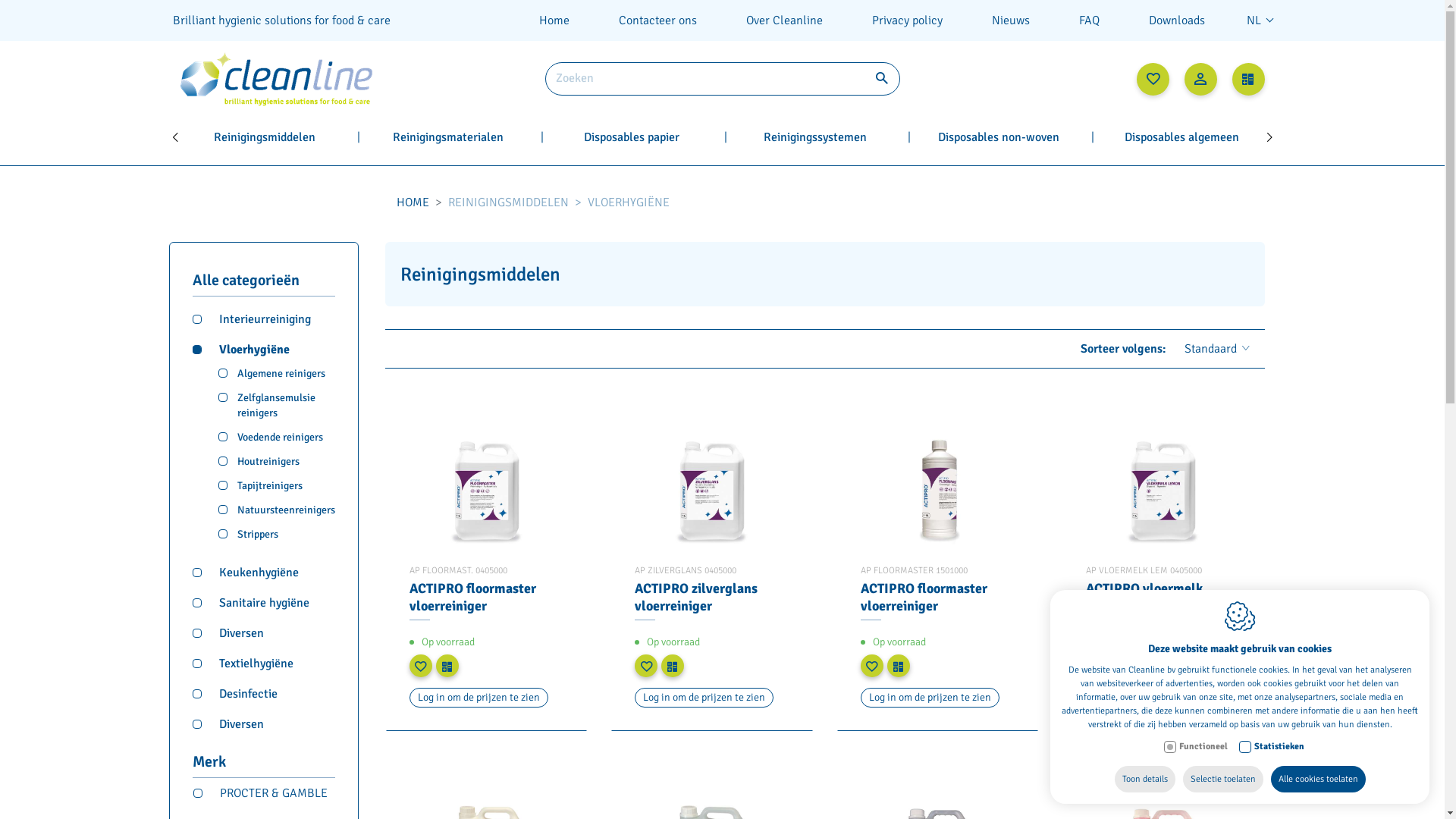 The width and height of the screenshot is (1456, 819). I want to click on 'Voedende reinigers', so click(276, 432).